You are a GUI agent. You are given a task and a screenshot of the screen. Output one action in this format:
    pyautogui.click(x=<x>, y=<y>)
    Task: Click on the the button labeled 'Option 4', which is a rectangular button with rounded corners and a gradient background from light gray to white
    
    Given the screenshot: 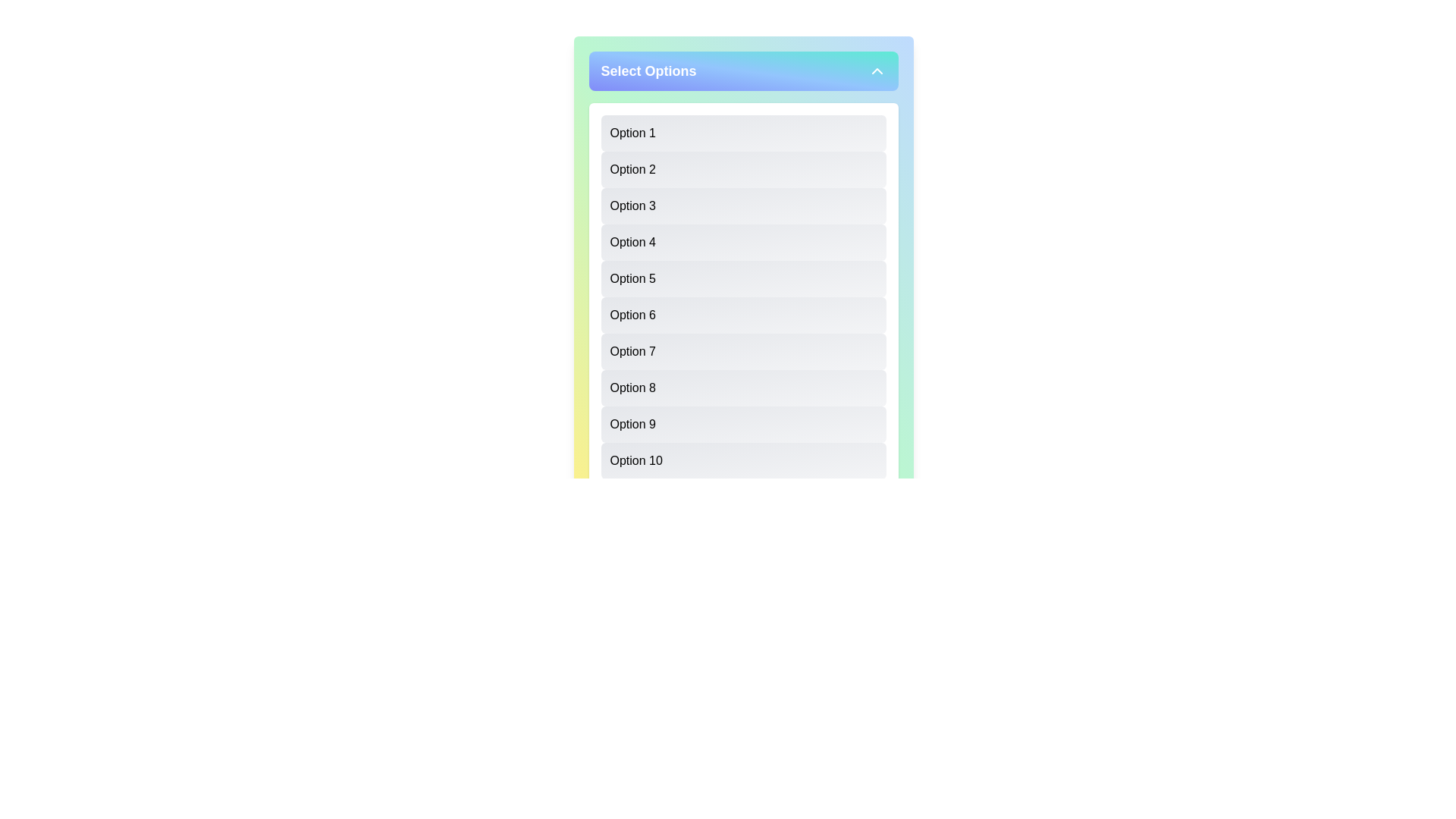 What is the action you would take?
    pyautogui.click(x=743, y=242)
    